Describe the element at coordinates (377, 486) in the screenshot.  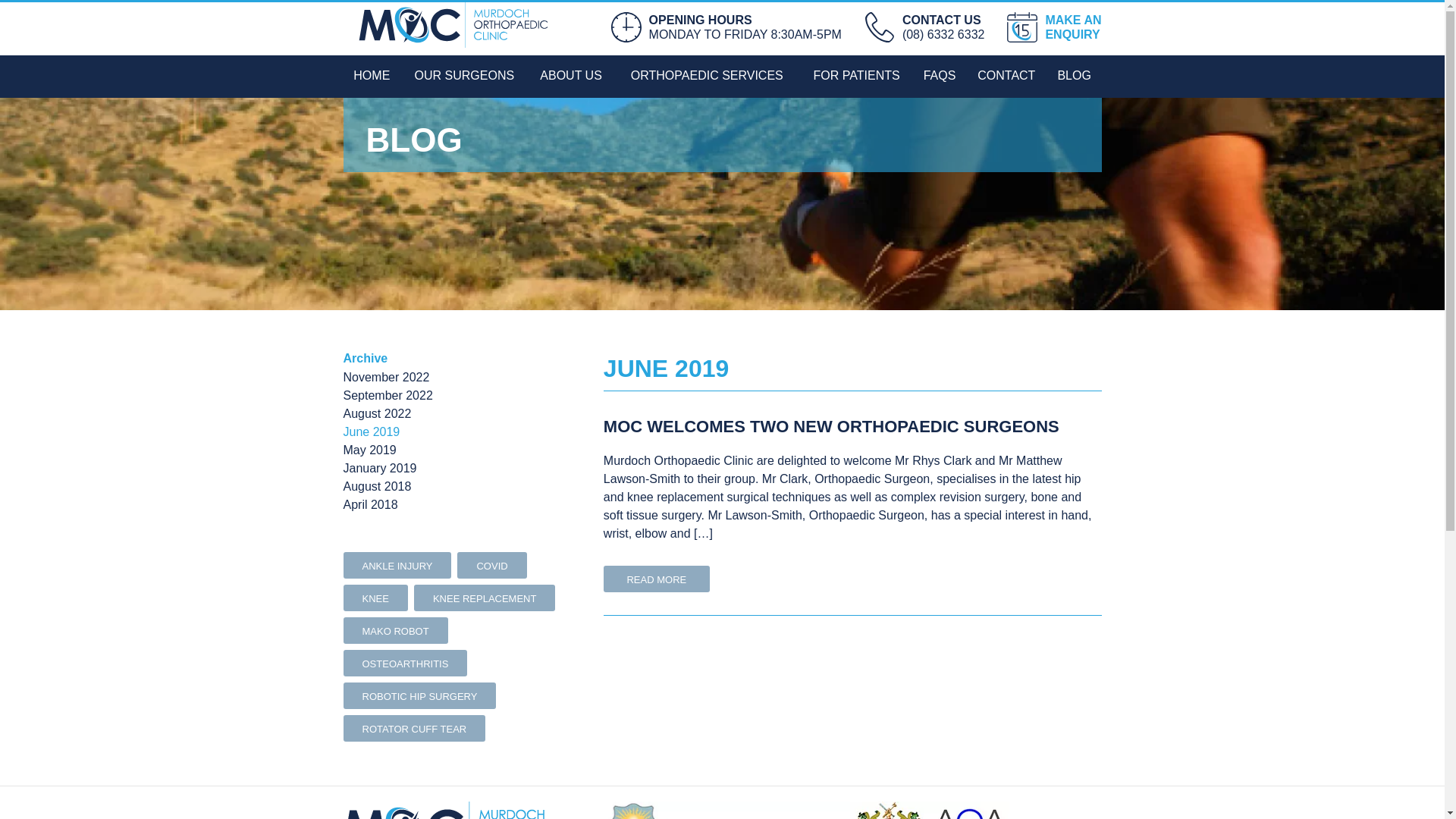
I see `'August 2018'` at that location.